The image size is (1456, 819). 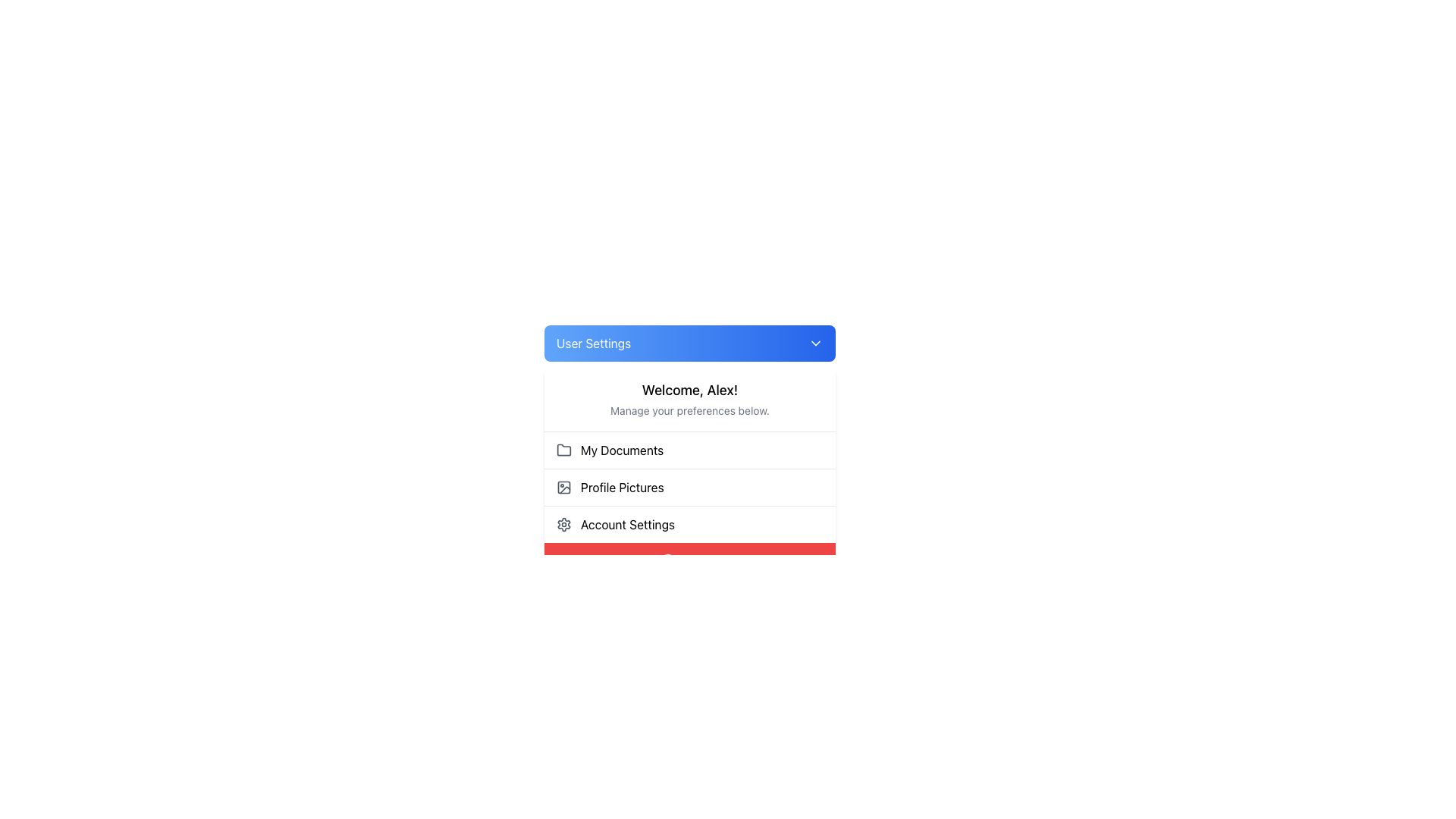 What do you see at coordinates (689, 522) in the screenshot?
I see `the 'Account Settings' list item, which is the third entry in the User Settings menu` at bounding box center [689, 522].